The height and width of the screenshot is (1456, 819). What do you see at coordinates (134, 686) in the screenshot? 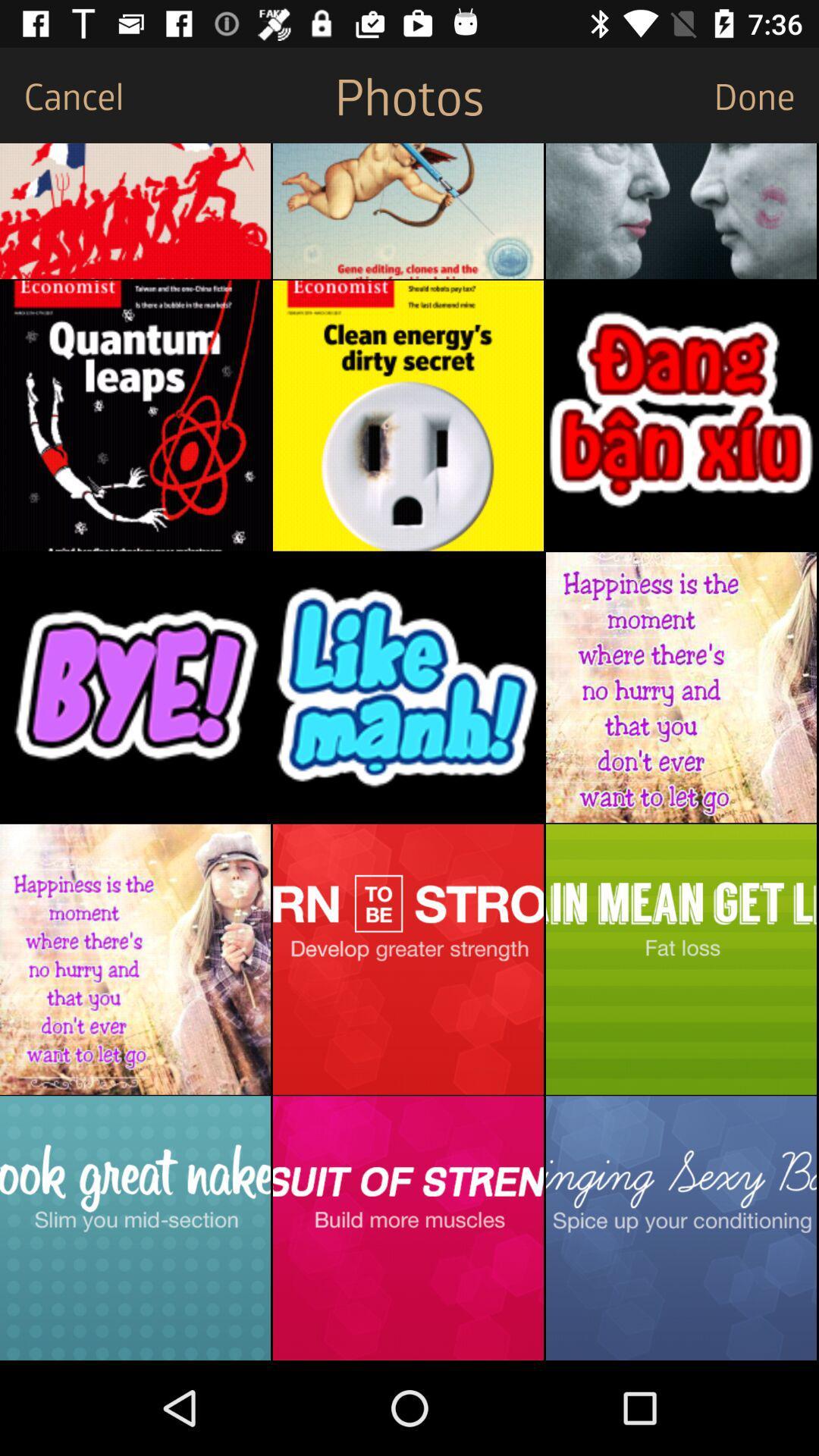
I see `photo` at bounding box center [134, 686].